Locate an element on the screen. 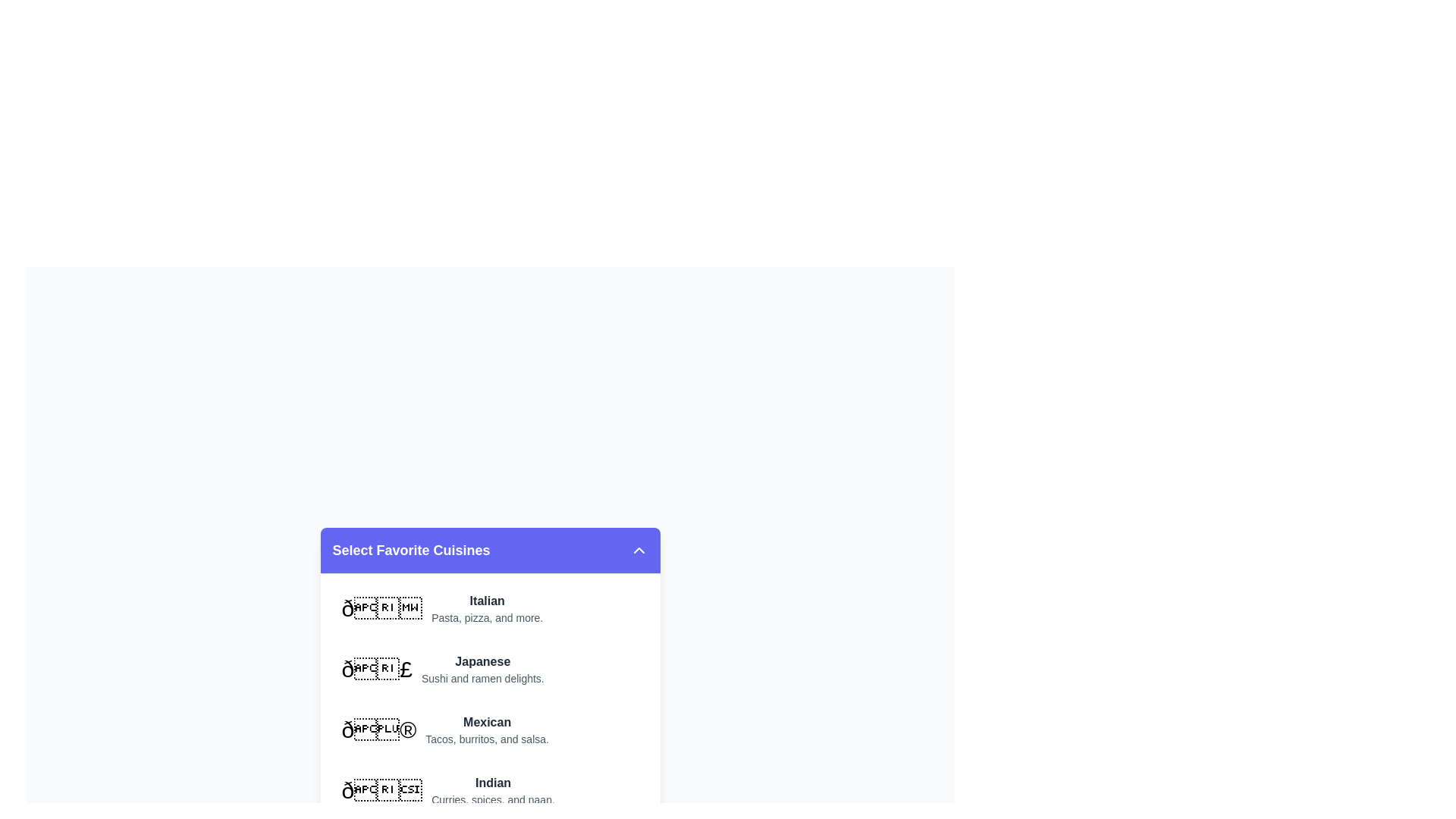 The width and height of the screenshot is (1456, 819). the text label reading 'Pasta, pizza, and more.' which is positioned directly underneath the header 'Italian' in the Select Favorite Cuisines section is located at coordinates (487, 617).